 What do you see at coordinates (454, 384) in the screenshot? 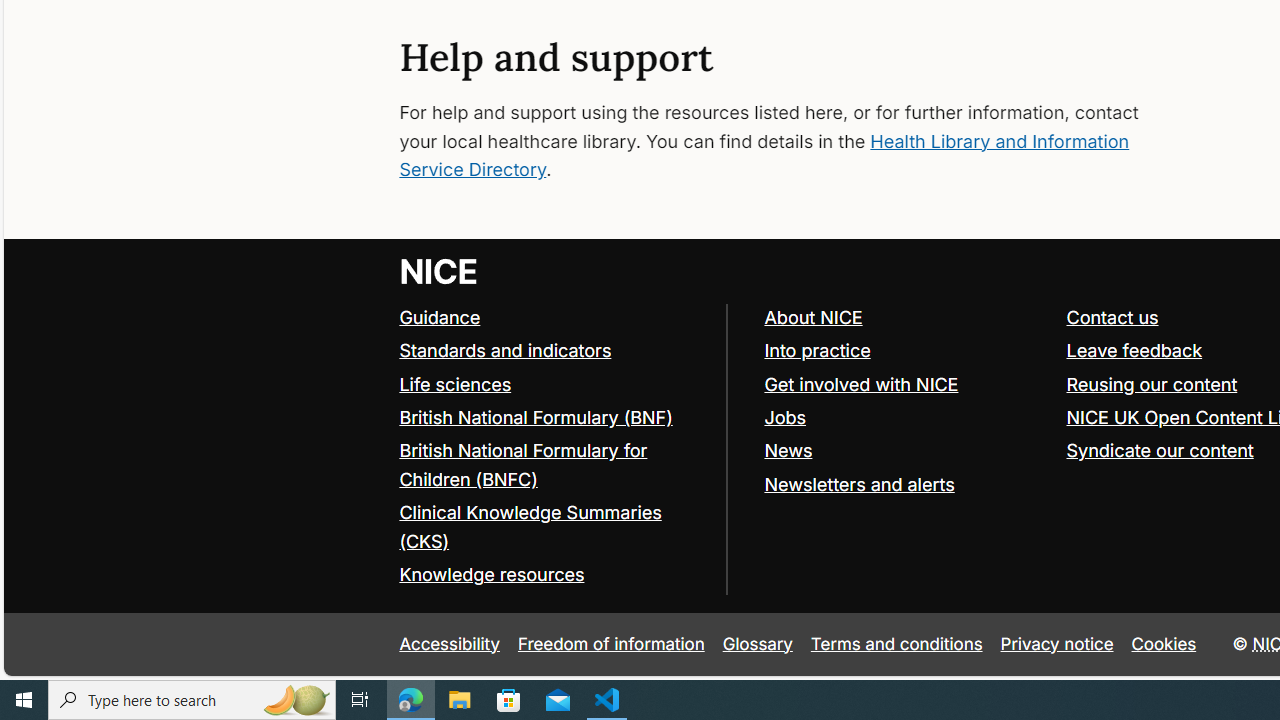
I see `'Life sciences'` at bounding box center [454, 384].